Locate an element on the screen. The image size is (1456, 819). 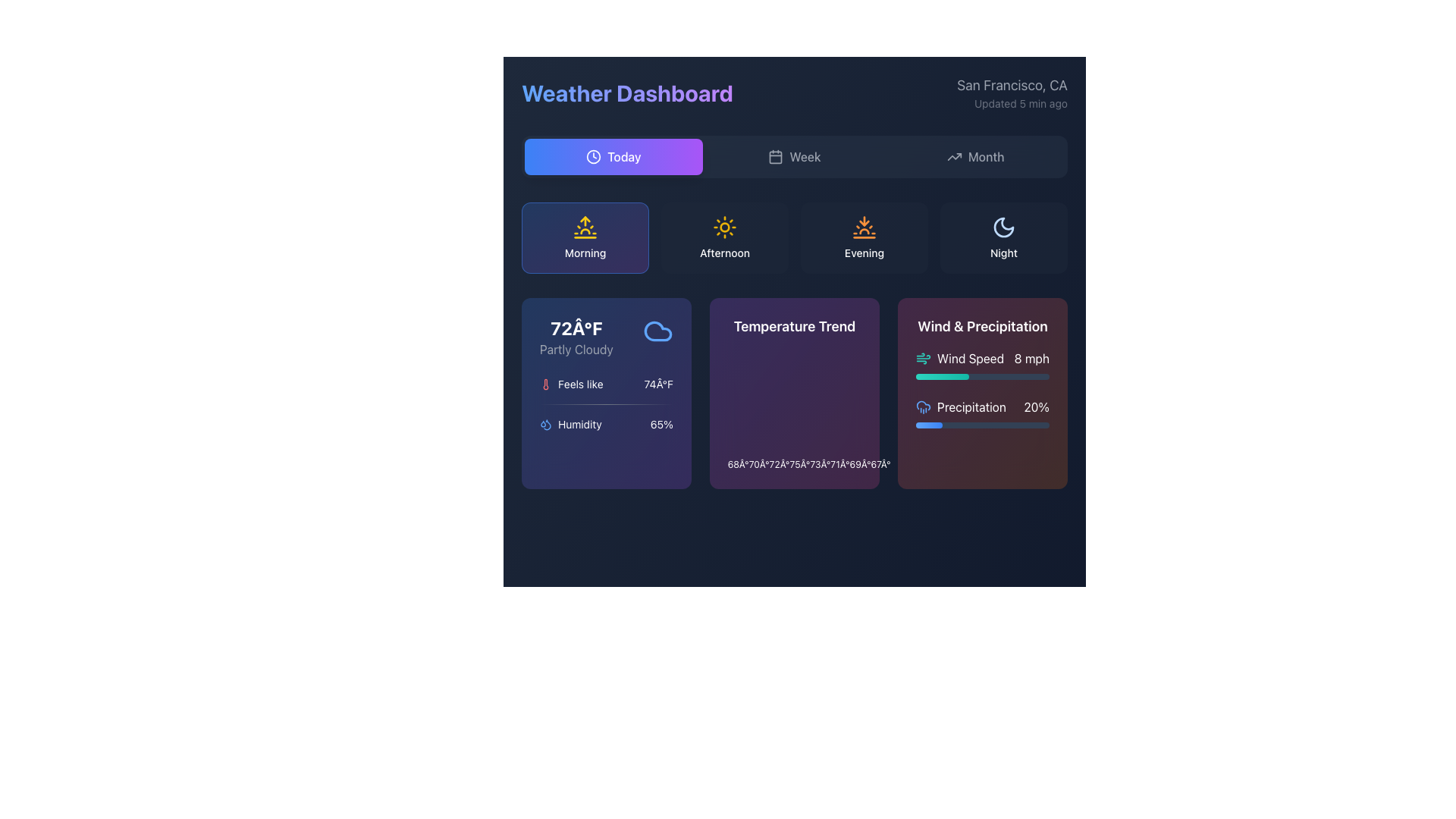
temperature value displayed in the central text label of the 'Temperature Trend' widget, which is the fourth value from the left is located at coordinates (780, 464).